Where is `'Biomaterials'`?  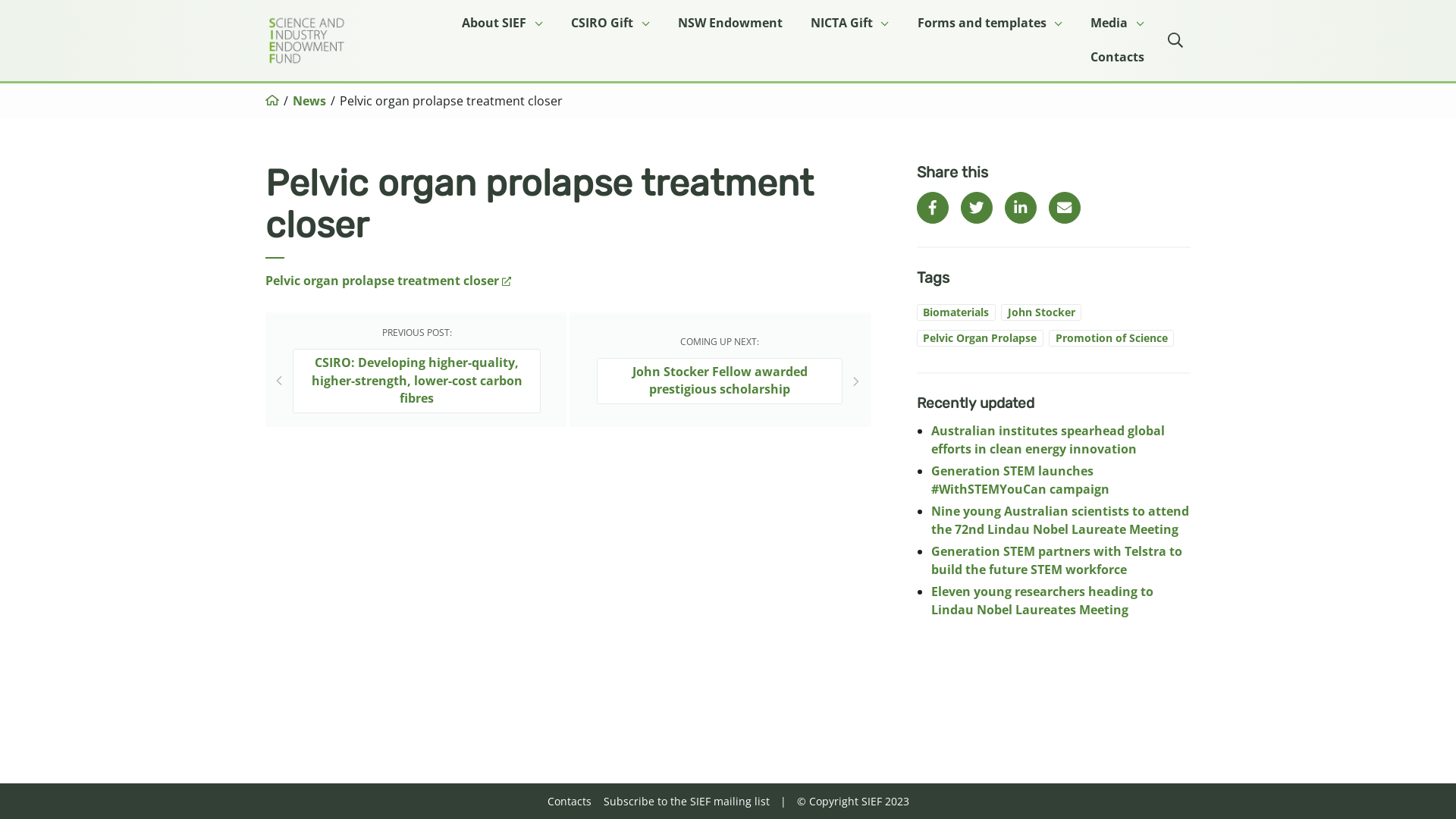 'Biomaterials' is located at coordinates (916, 312).